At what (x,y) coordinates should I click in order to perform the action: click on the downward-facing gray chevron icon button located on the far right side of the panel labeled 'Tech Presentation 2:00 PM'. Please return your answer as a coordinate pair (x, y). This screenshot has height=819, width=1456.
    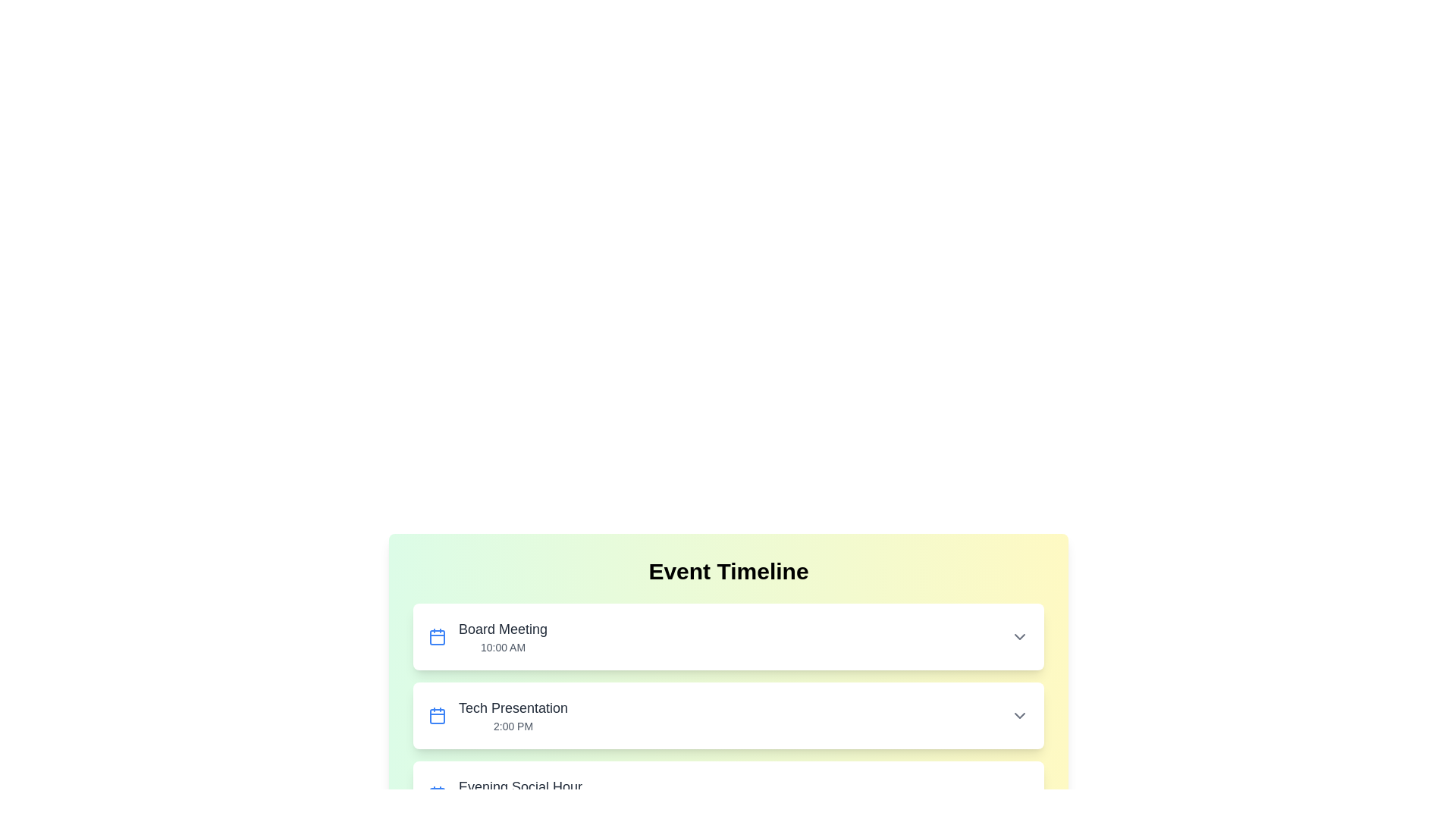
    Looking at the image, I should click on (1019, 716).